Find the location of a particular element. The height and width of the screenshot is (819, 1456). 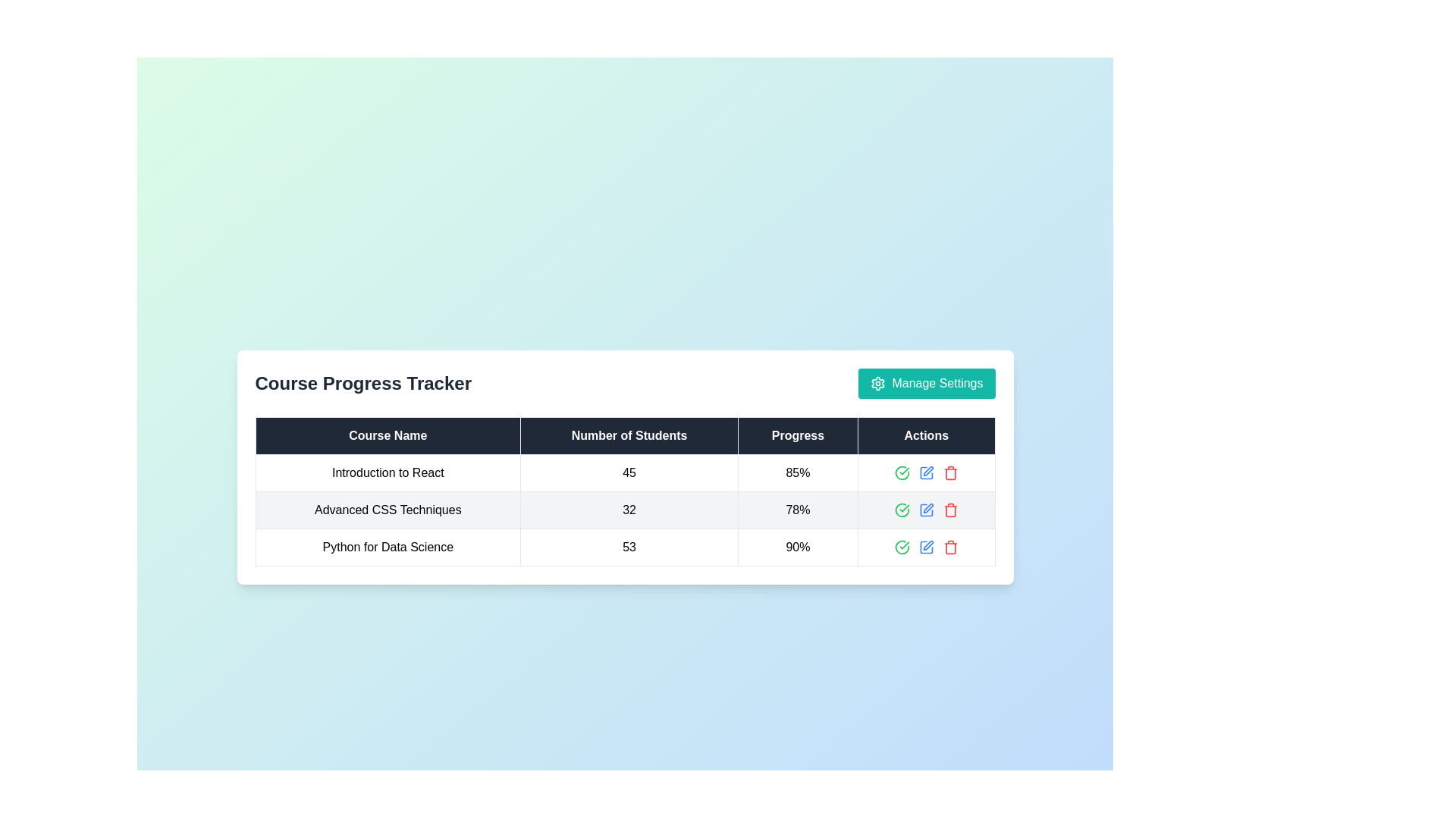

the blue pen icon in the 'Actions' column for 'Advanced CSS Techniques' is located at coordinates (925, 510).